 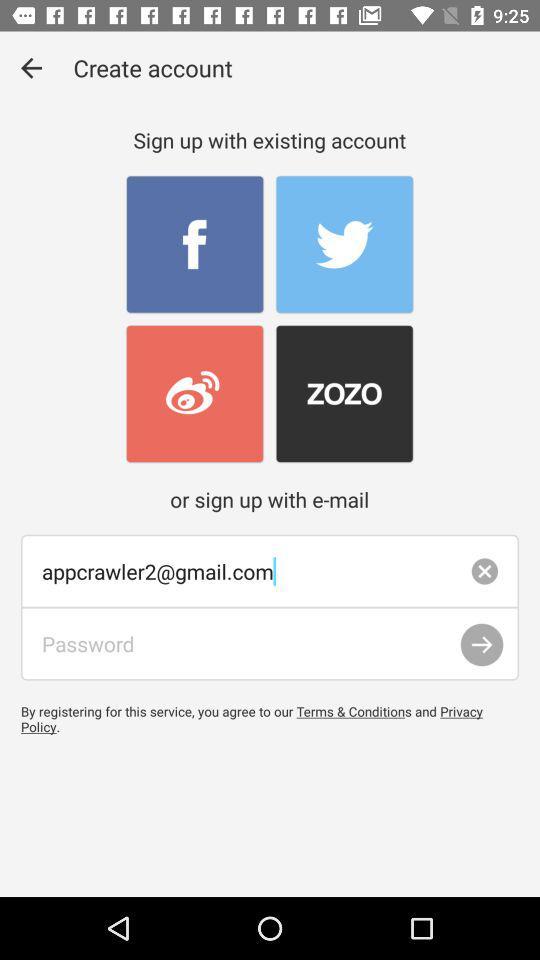 I want to click on submit login after password has been entered, so click(x=481, y=644).